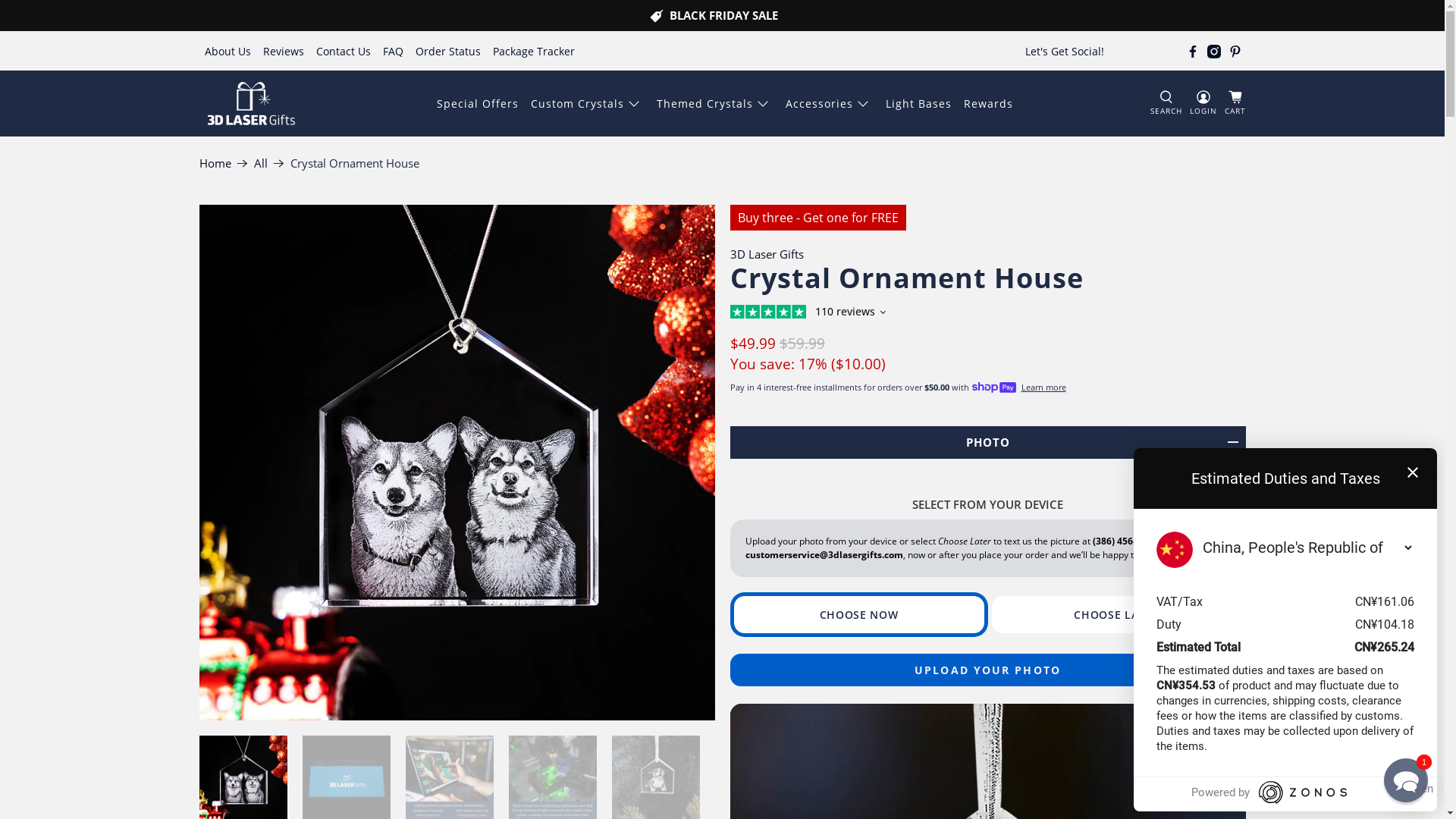  I want to click on 'CART', so click(1234, 103).